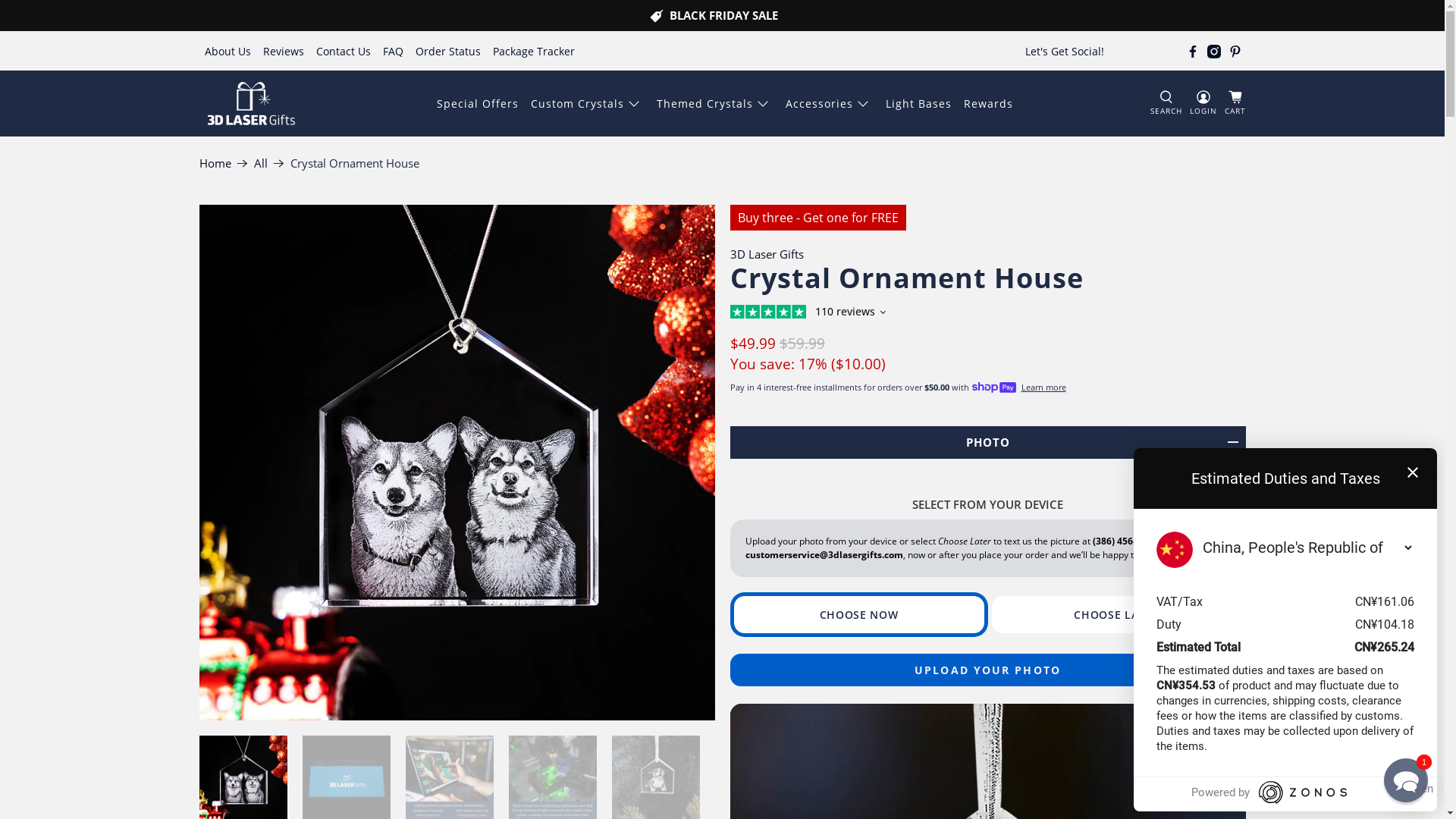  I want to click on 'CART', so click(1234, 103).